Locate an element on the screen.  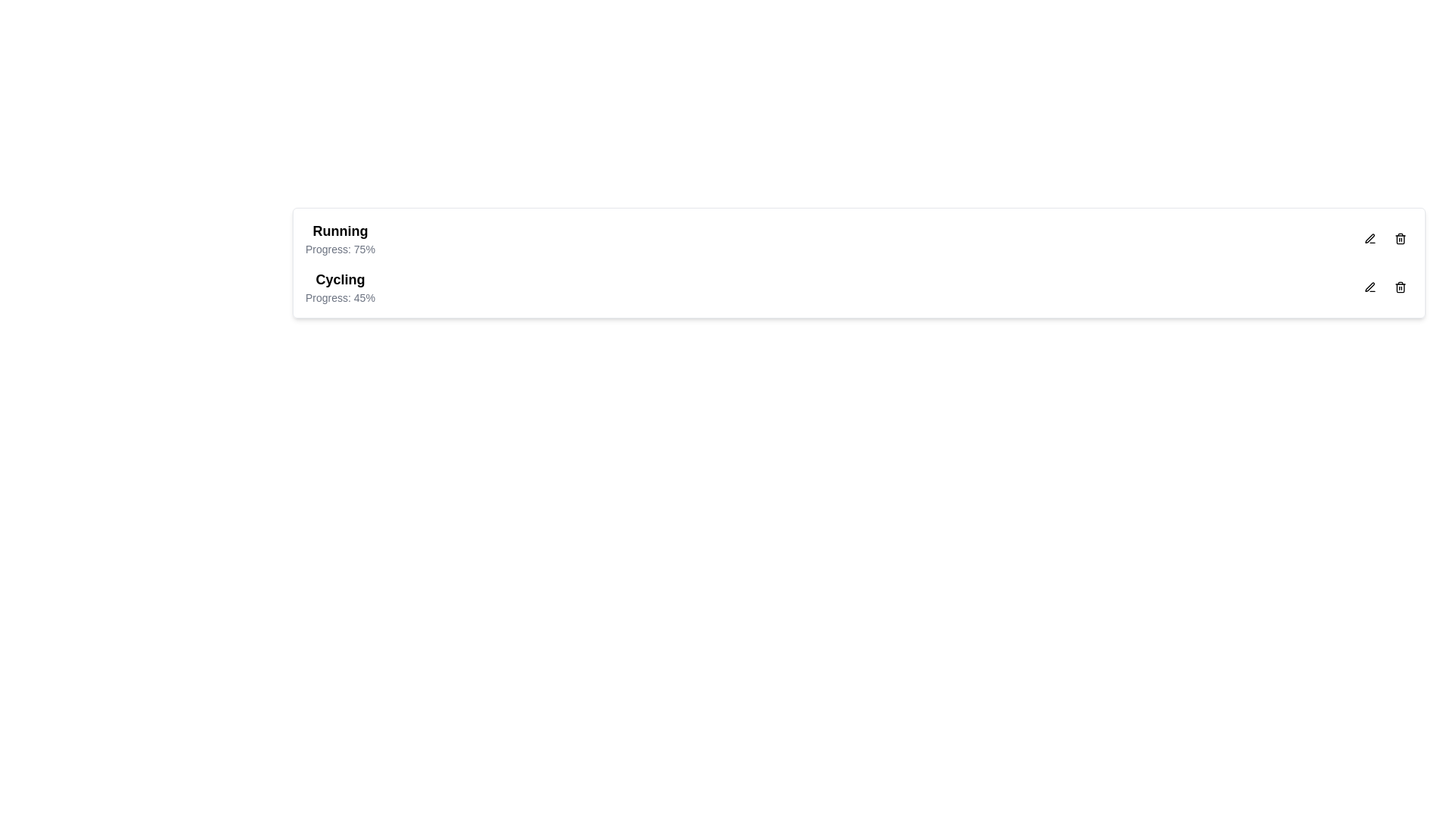
the edit button icon located in the top-right corner of the 'Running' row is located at coordinates (1370, 239).